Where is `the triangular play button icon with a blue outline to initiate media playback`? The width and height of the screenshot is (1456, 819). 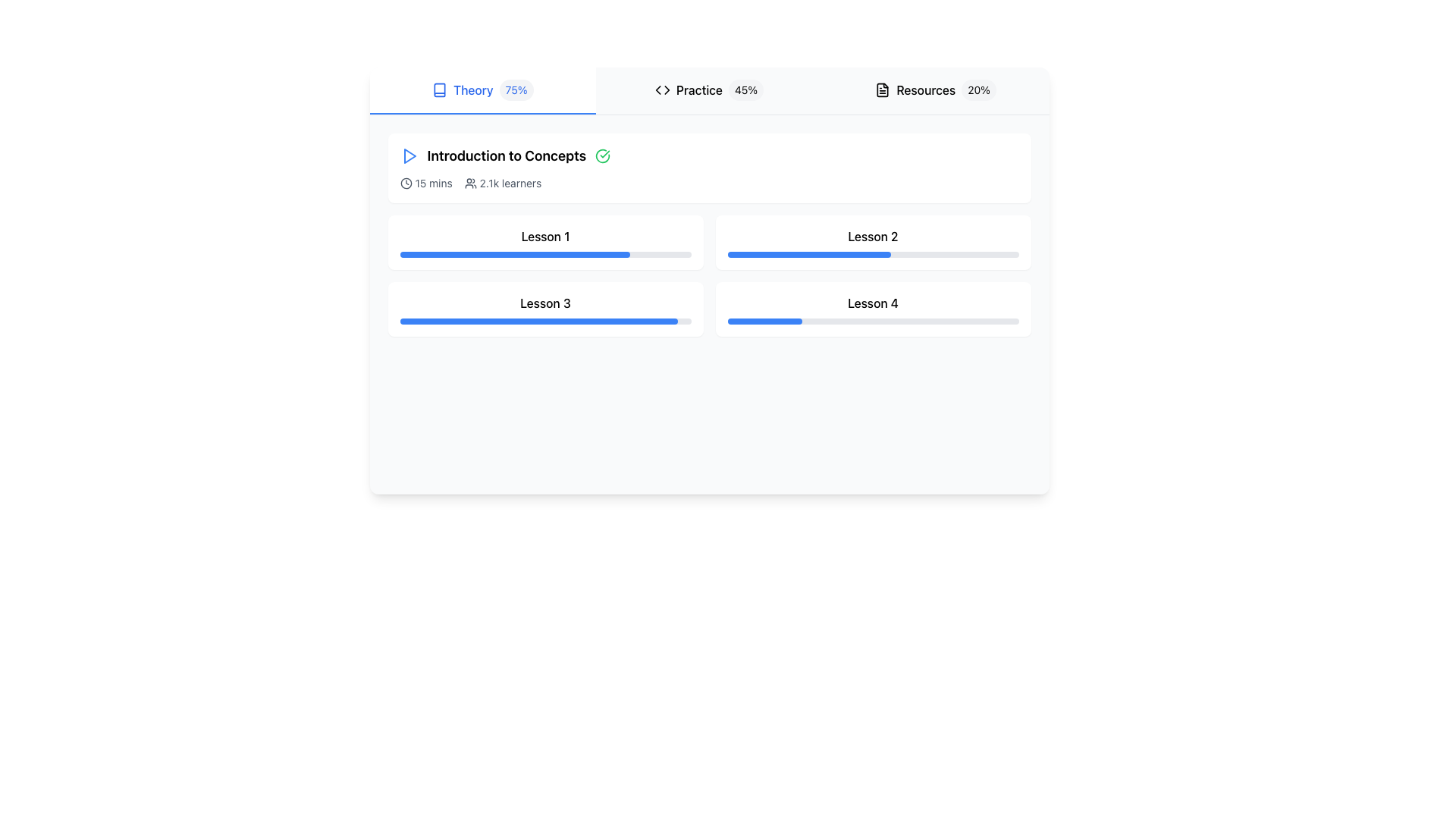 the triangular play button icon with a blue outline to initiate media playback is located at coordinates (409, 155).